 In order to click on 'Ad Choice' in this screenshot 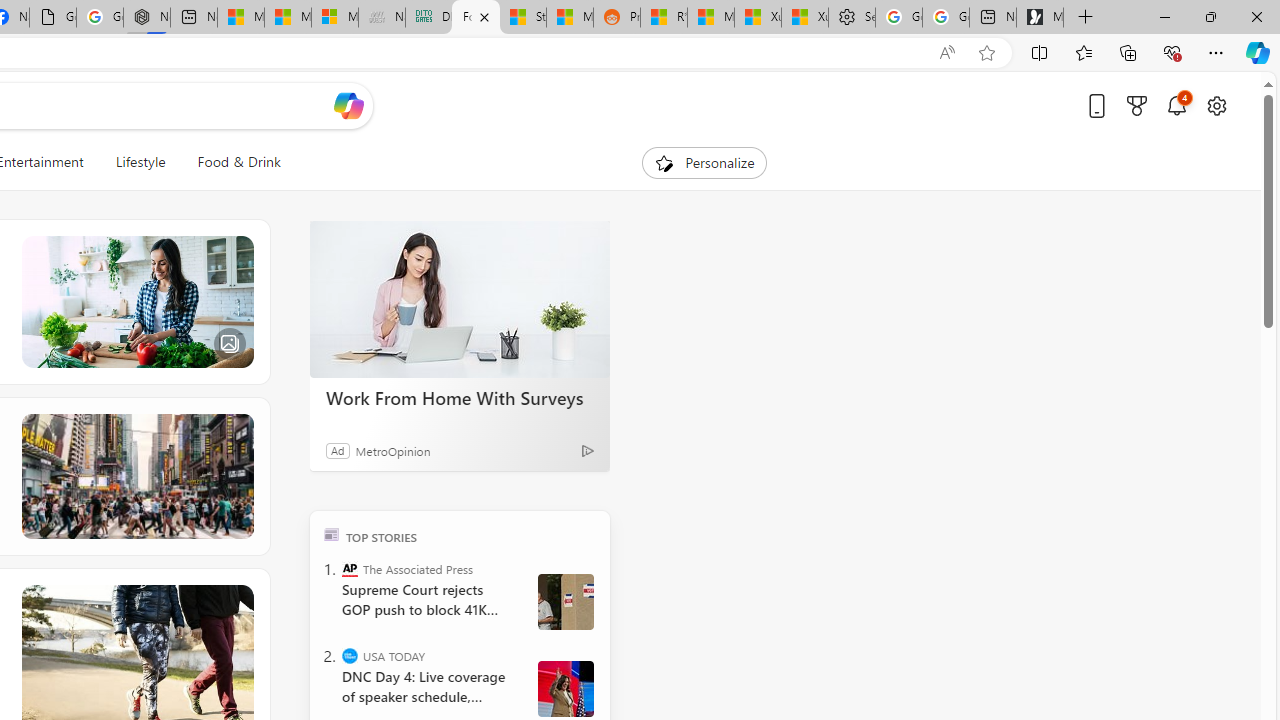, I will do `click(587, 450)`.